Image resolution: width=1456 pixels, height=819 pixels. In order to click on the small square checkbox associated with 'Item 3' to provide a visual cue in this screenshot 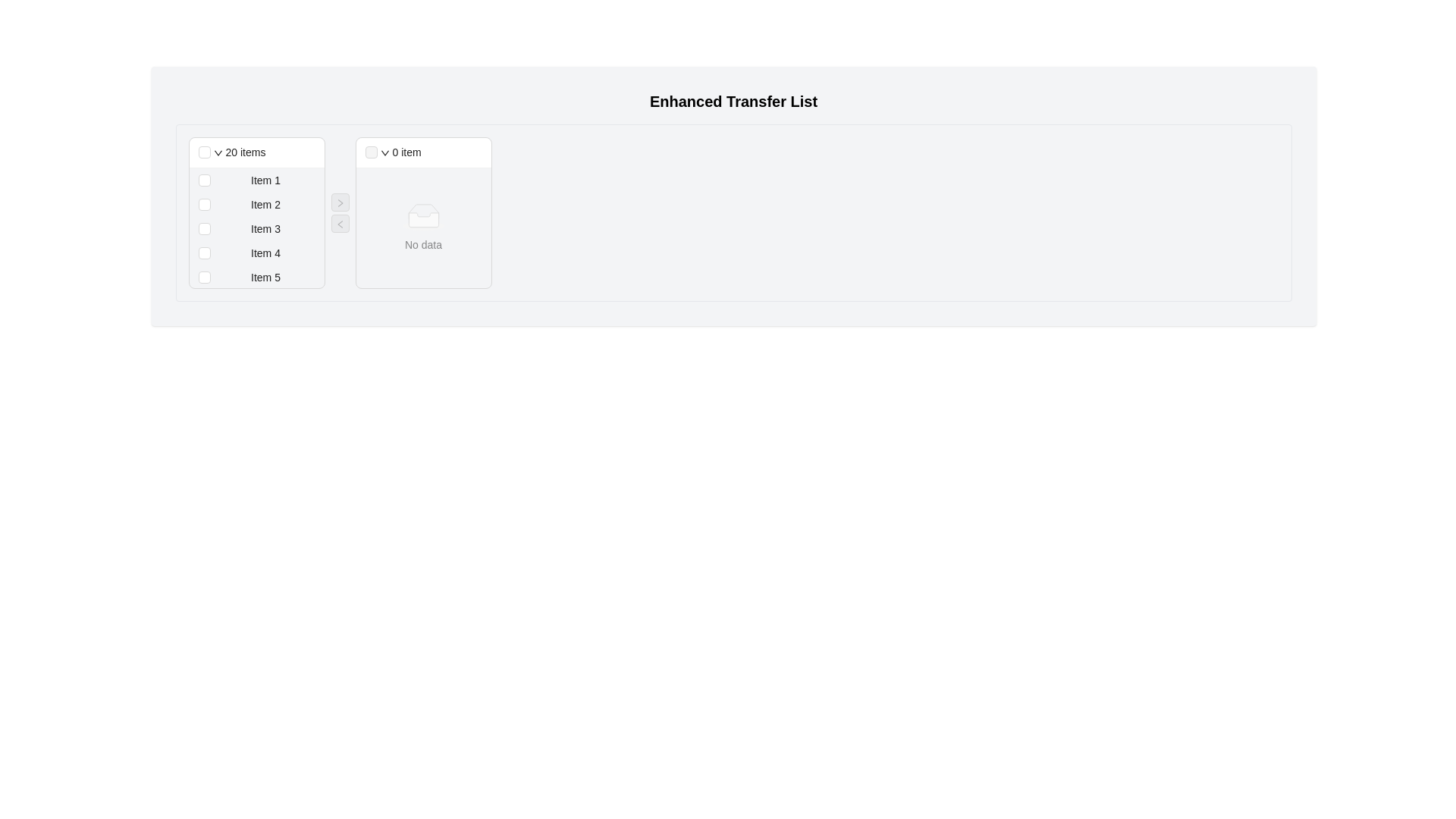, I will do `click(203, 228)`.